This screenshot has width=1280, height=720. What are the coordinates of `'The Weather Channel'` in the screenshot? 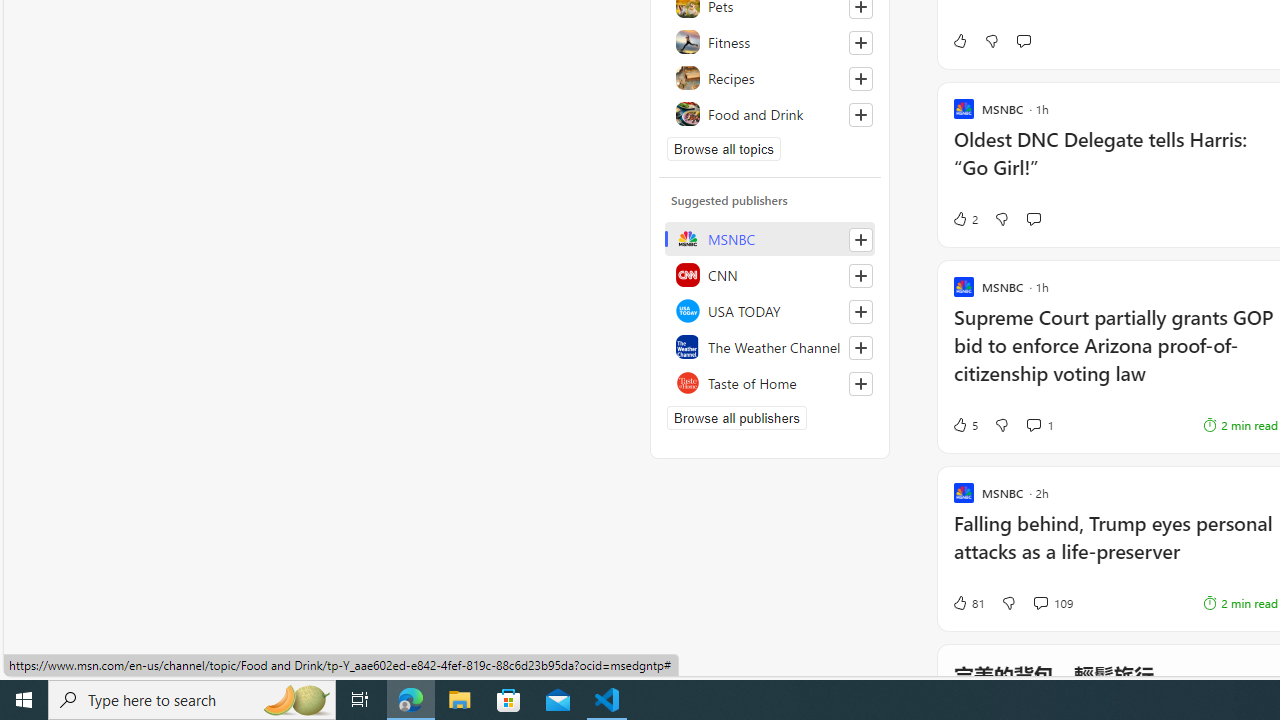 It's located at (769, 346).